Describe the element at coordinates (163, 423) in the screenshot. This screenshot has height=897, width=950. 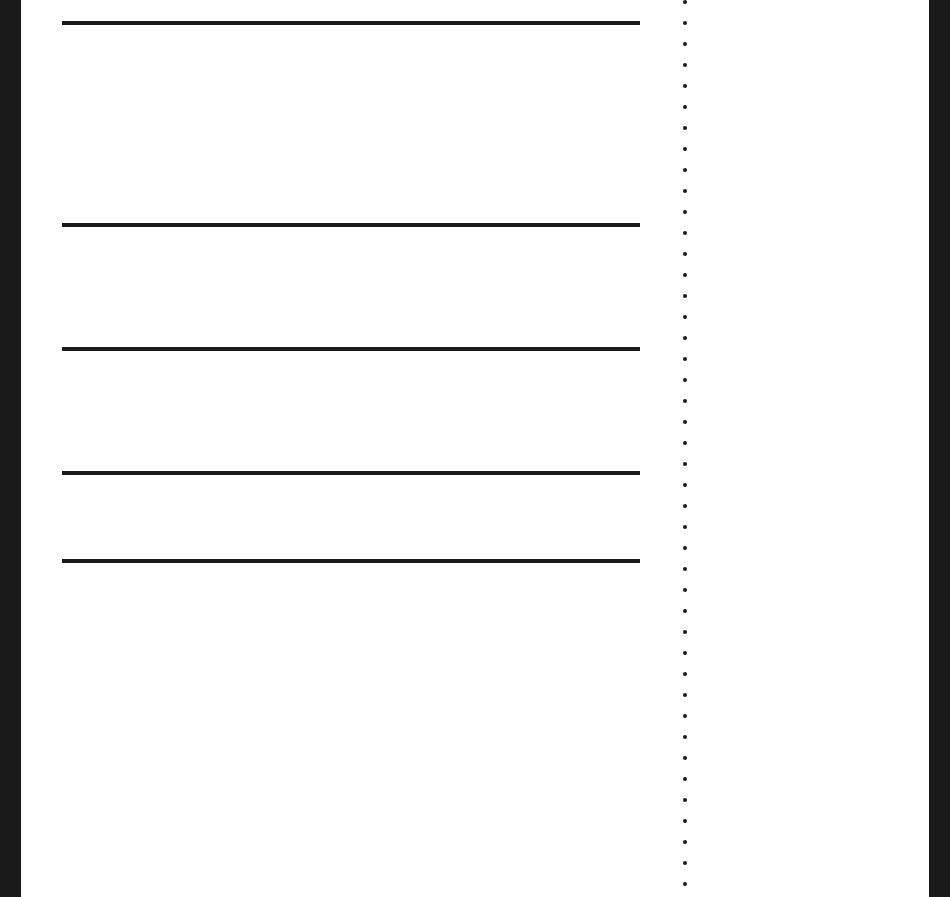
I see `'Admonishment'` at that location.